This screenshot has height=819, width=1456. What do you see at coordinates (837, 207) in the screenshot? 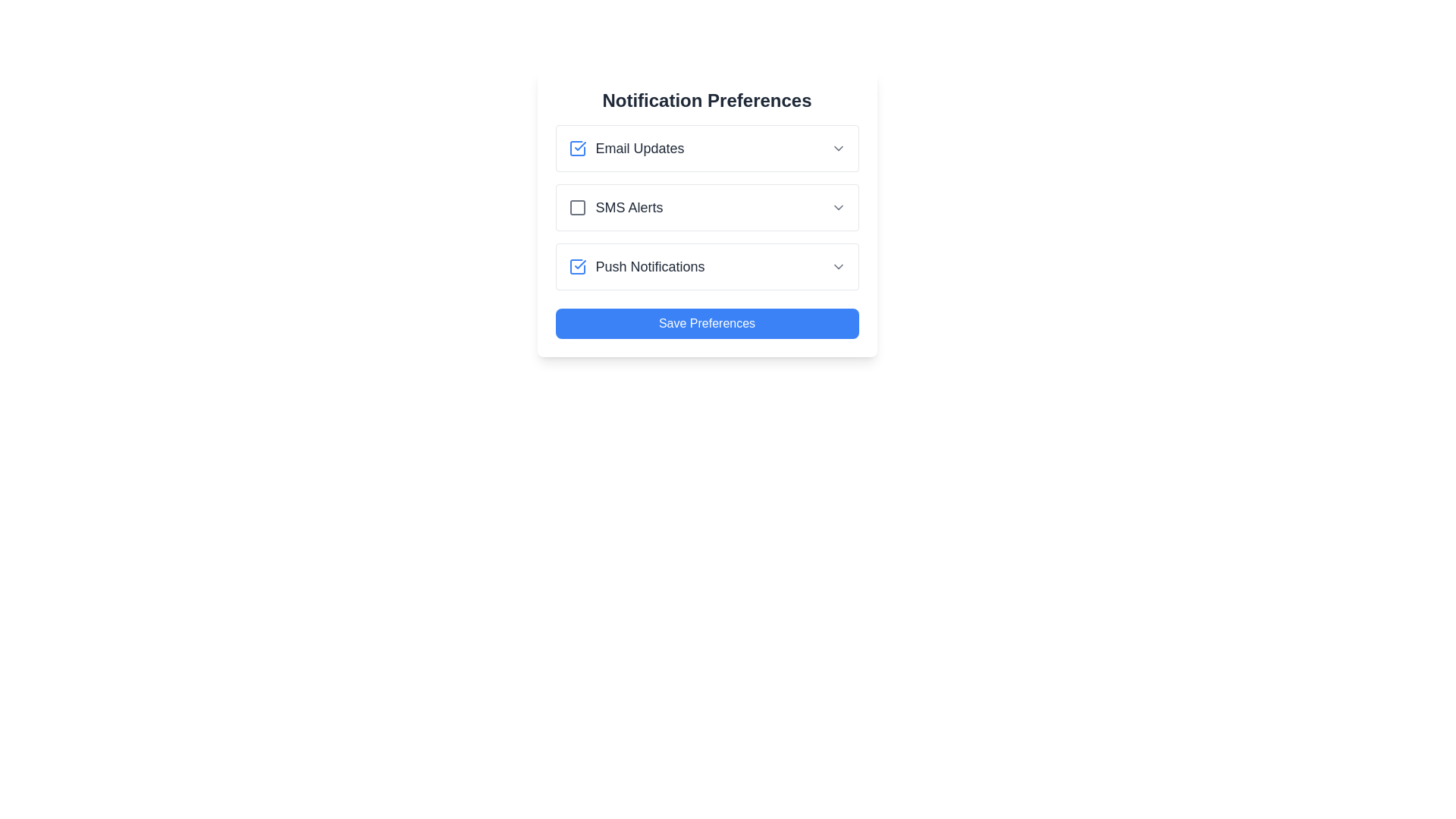
I see `the downward-pointing chevron icon in the 'SMS Alerts' row` at bounding box center [837, 207].